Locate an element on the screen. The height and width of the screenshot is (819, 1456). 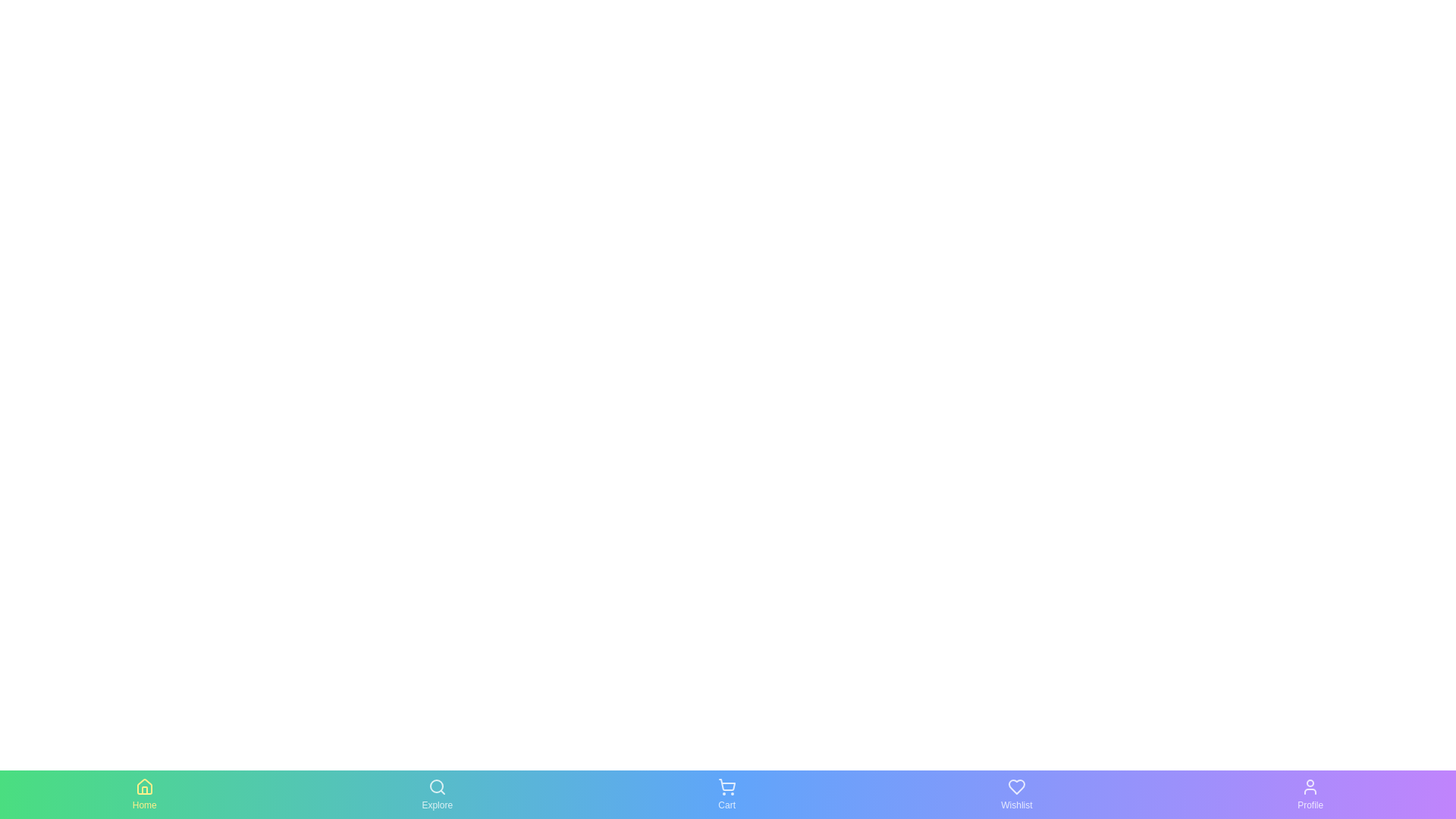
the Cart navigation icon to trigger navigation is located at coordinates (726, 794).